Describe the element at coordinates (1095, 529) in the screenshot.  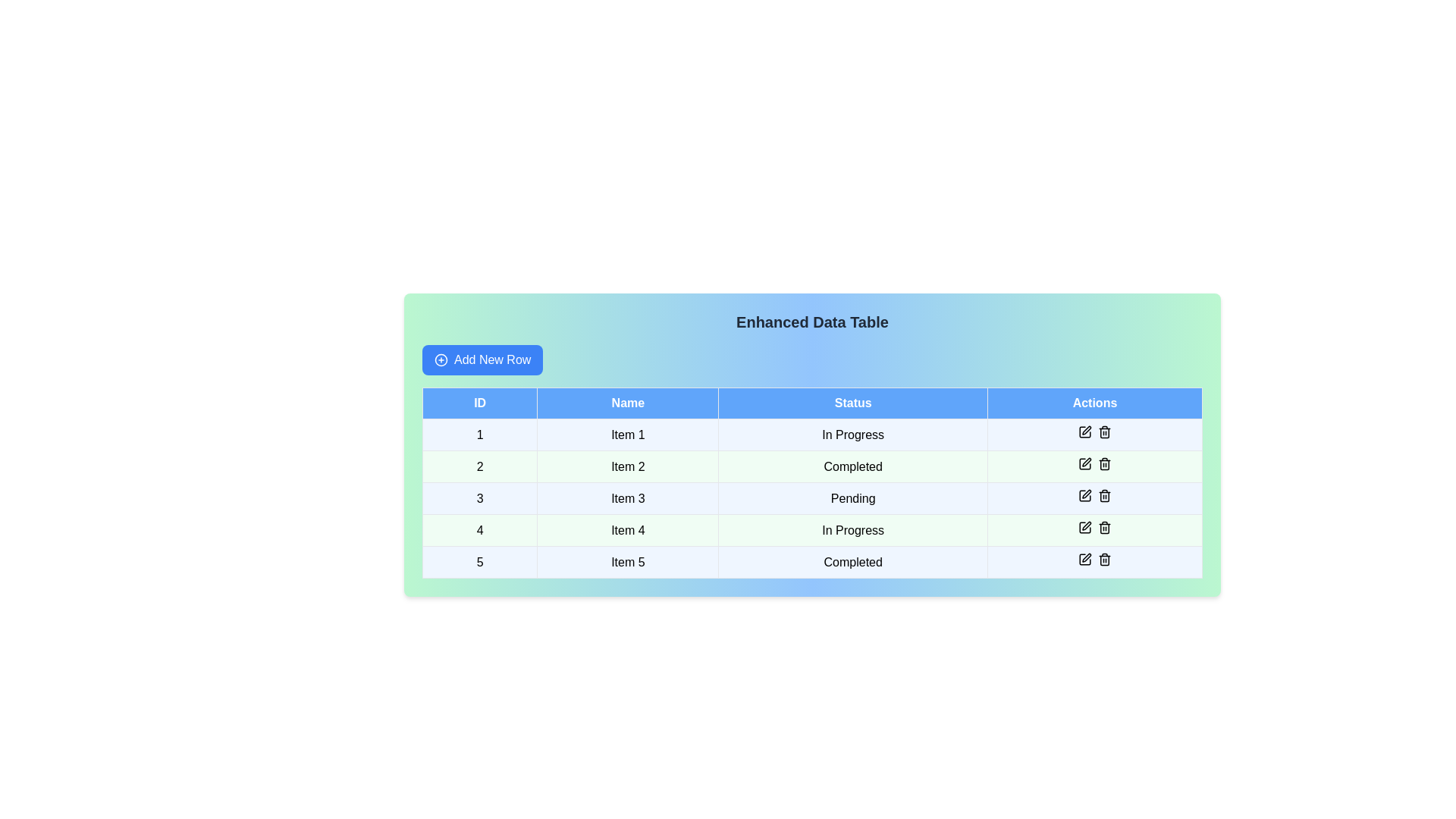
I see `the delete icon in the 'Actions' column of the table for 'Item 4' with status 'In Progress'` at that location.